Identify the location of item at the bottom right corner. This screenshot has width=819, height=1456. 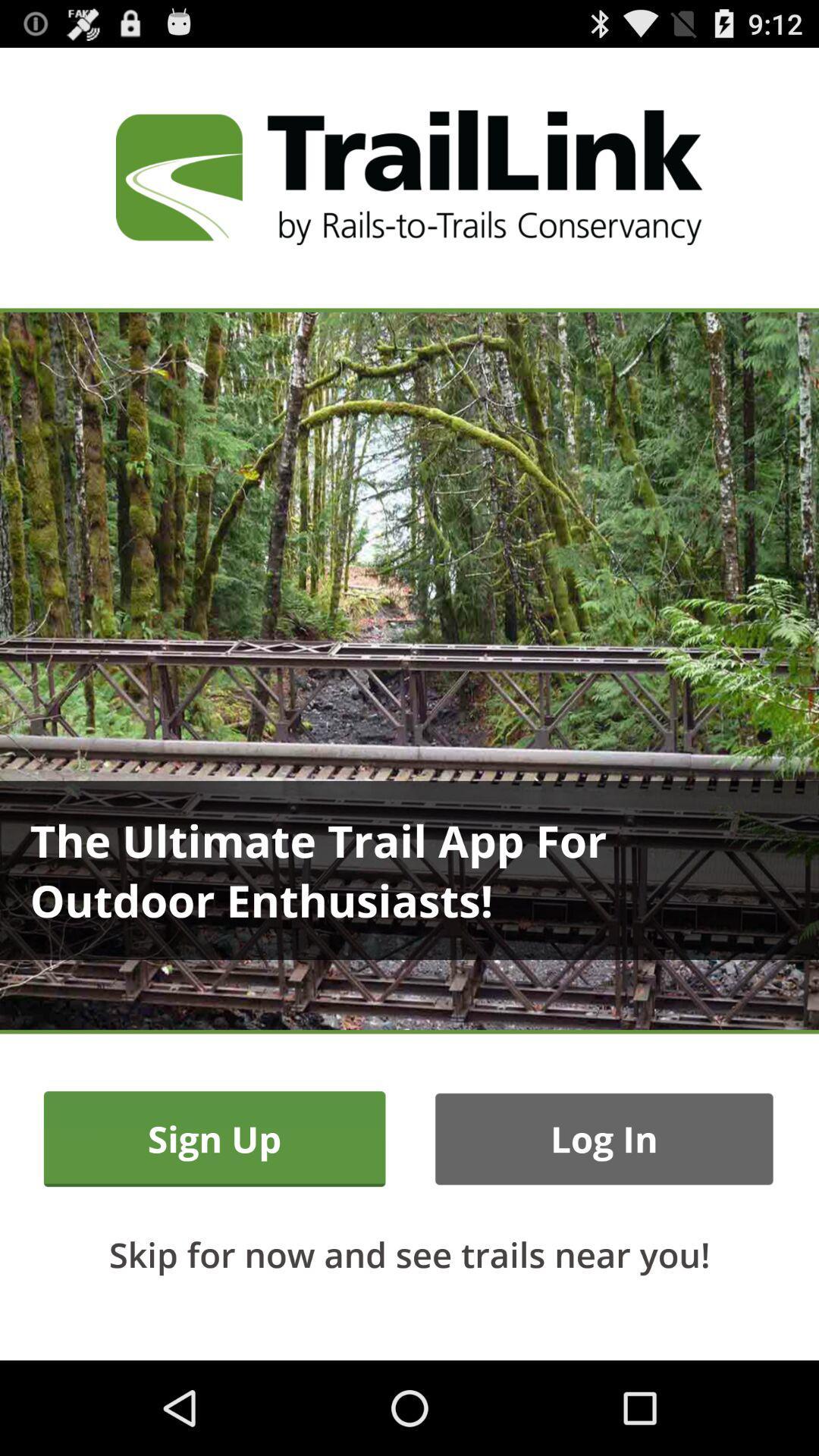
(603, 1139).